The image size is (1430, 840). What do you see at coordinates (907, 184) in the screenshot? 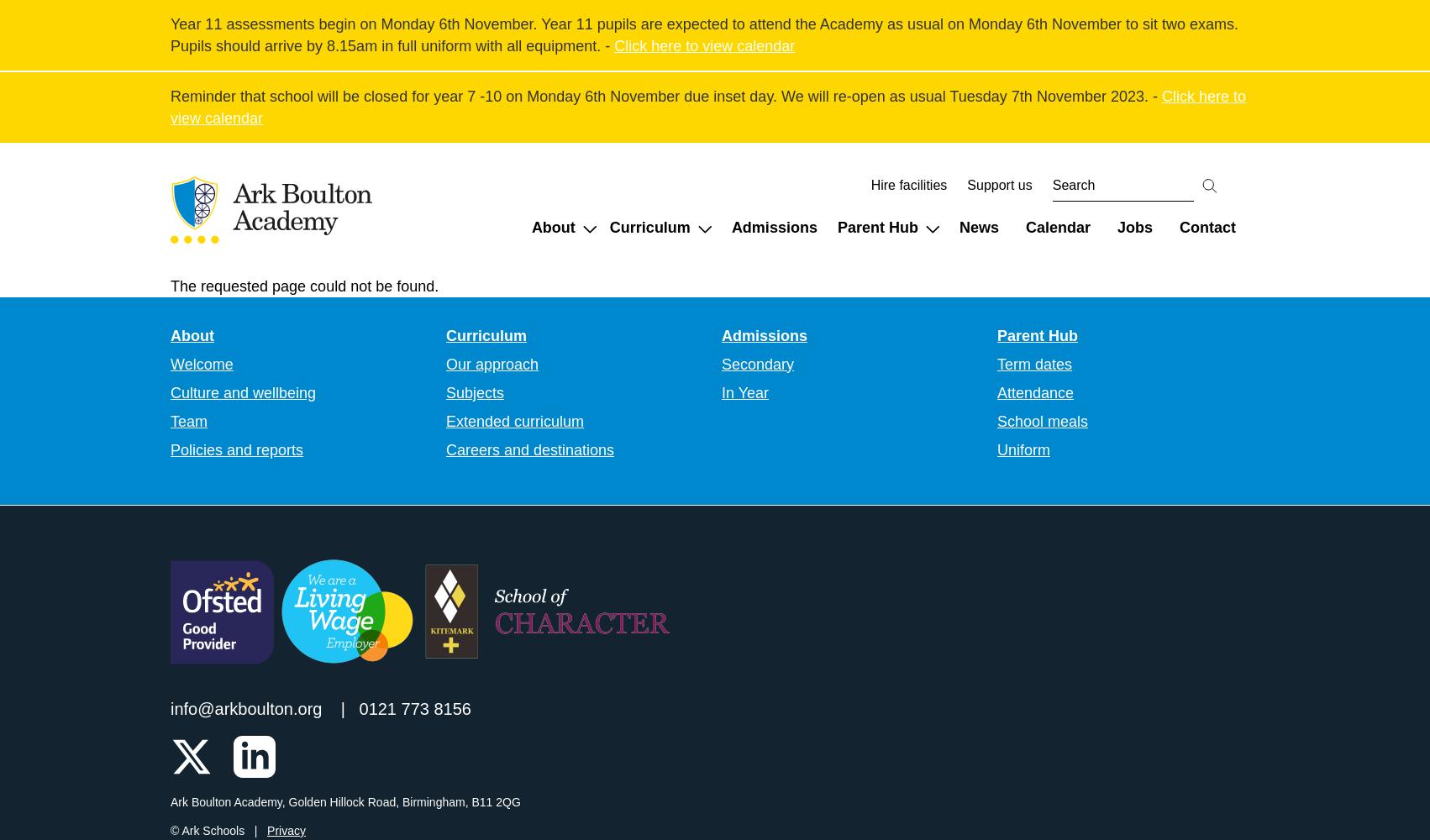
I see `'Hire facilities'` at bounding box center [907, 184].